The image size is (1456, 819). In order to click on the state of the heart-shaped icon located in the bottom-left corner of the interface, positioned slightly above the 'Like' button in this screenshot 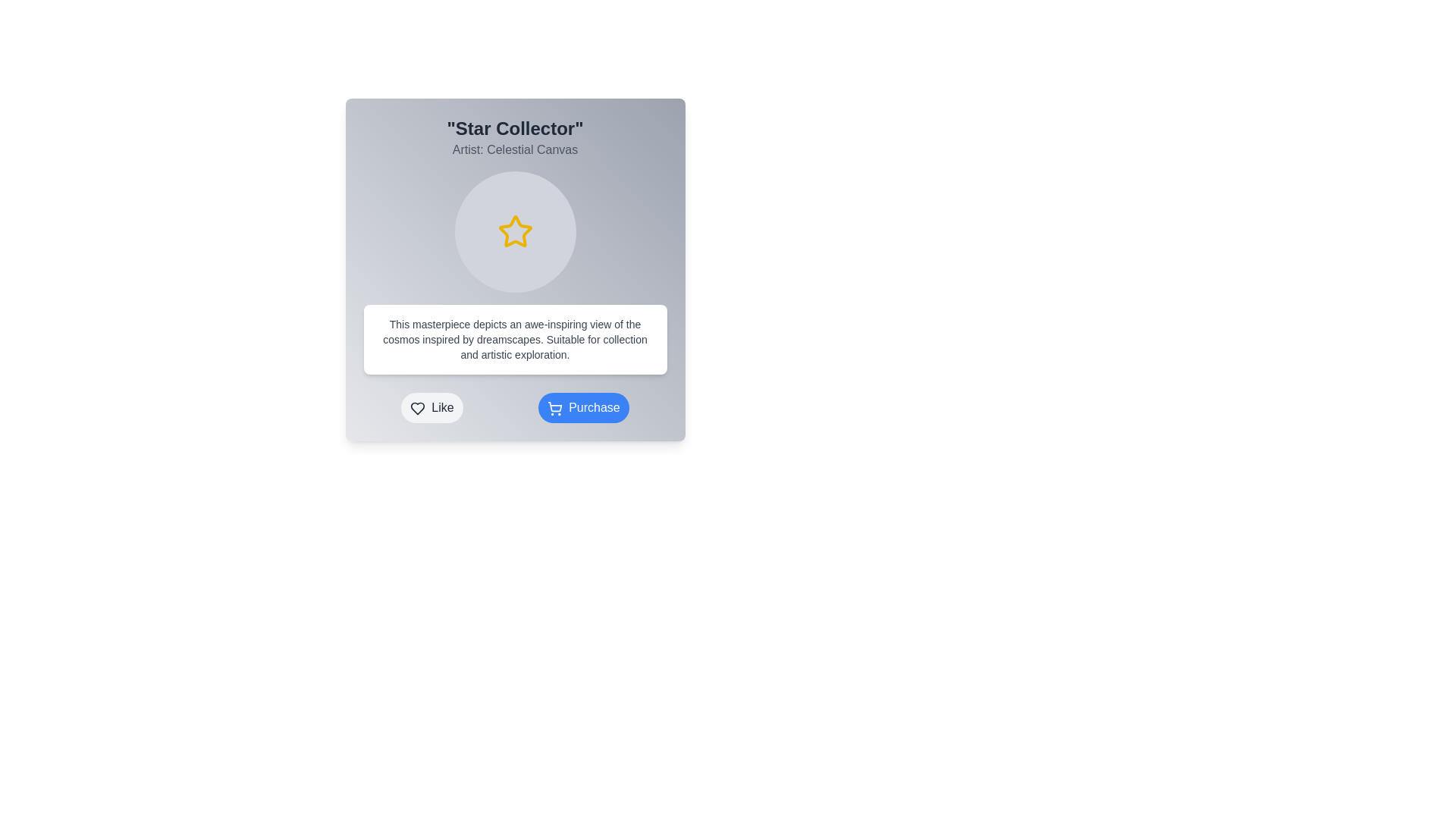, I will do `click(418, 407)`.